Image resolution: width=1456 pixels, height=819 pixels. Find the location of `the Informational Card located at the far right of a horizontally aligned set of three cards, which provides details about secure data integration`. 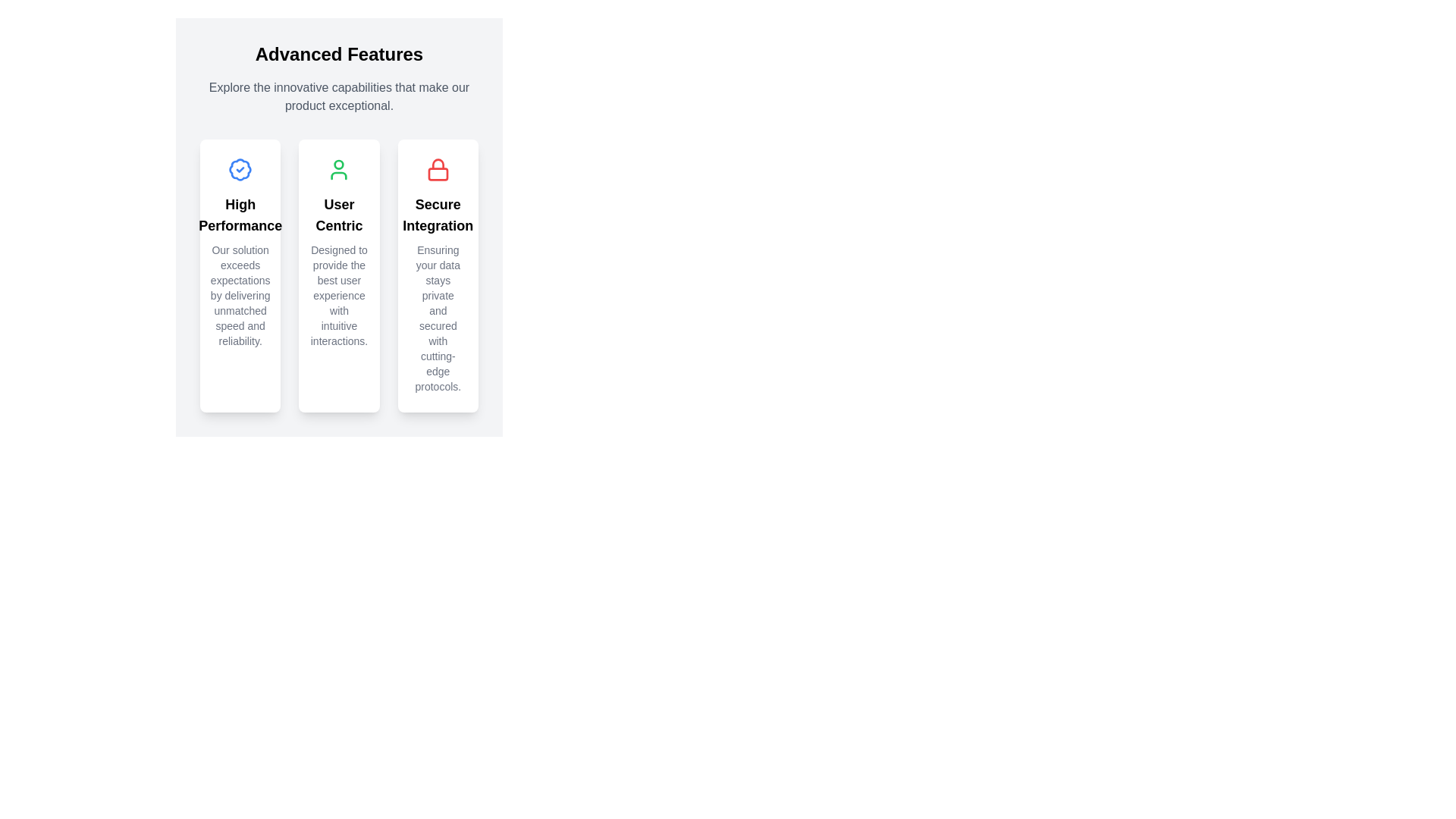

the Informational Card located at the far right of a horizontally aligned set of three cards, which provides details about secure data integration is located at coordinates (437, 275).